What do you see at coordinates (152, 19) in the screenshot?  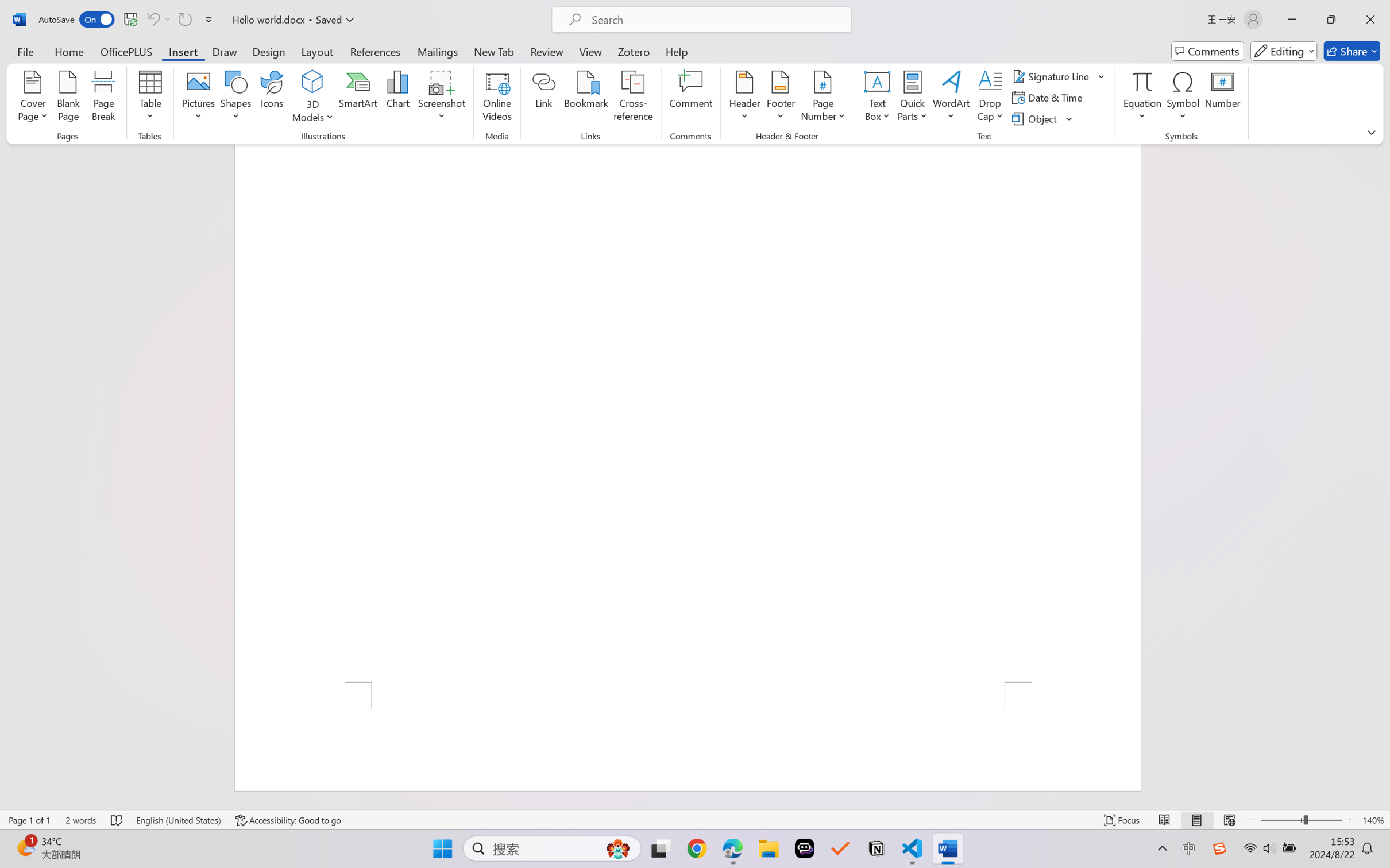 I see `'Can'` at bounding box center [152, 19].